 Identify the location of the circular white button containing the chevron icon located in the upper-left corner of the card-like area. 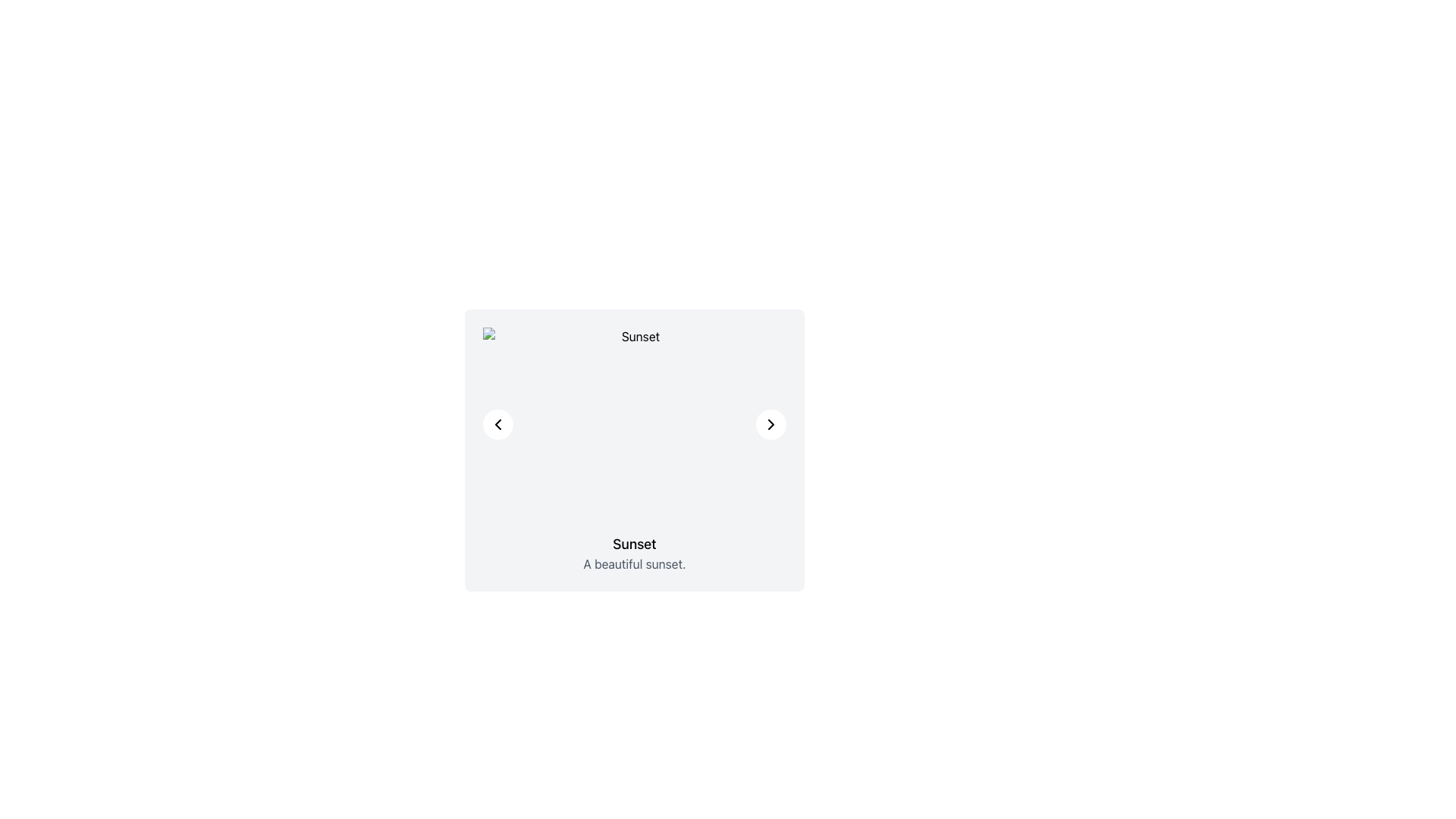
(498, 424).